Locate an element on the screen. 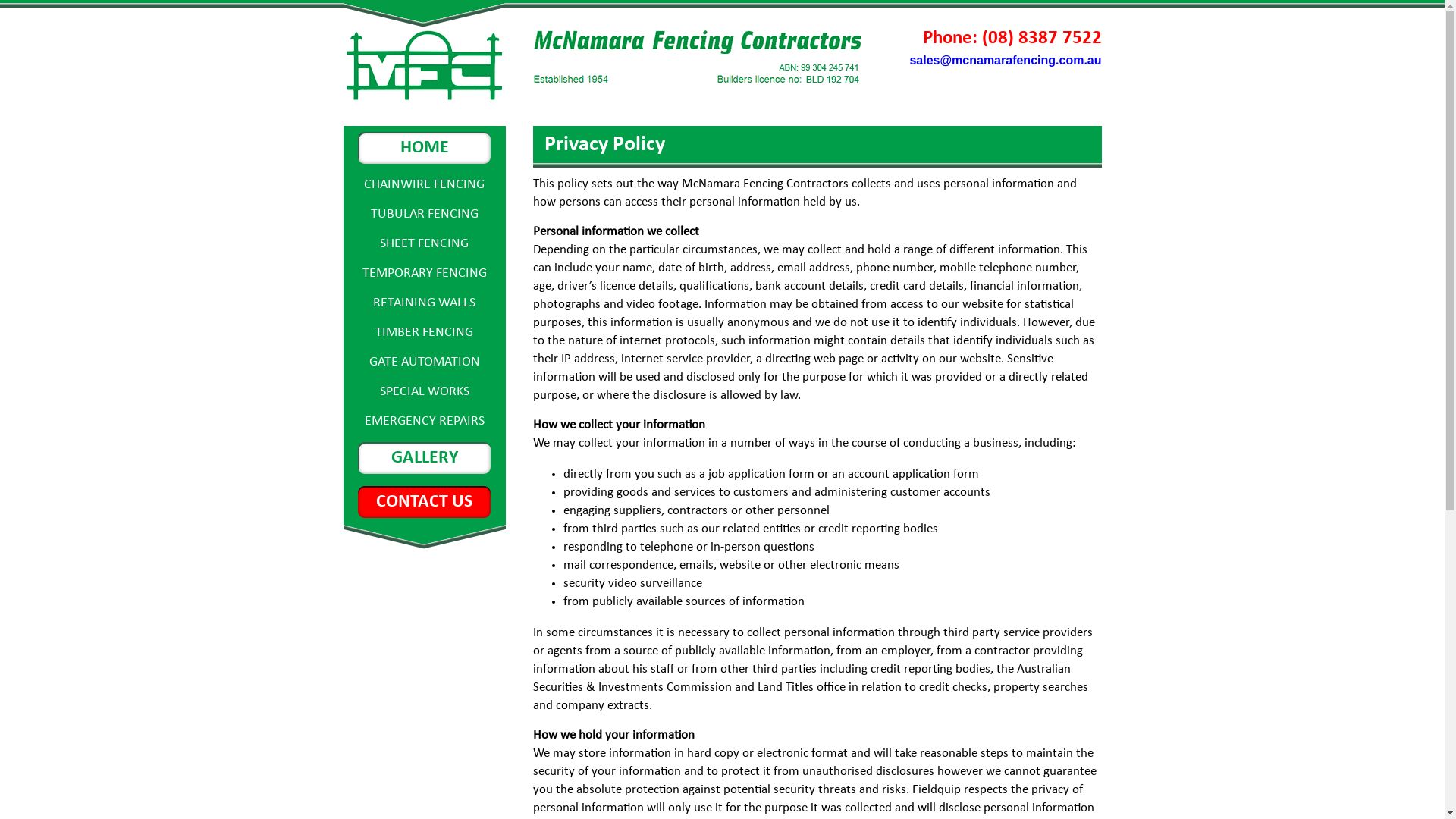 The width and height of the screenshot is (1456, 819). 'CONTACT US' is located at coordinates (356, 502).